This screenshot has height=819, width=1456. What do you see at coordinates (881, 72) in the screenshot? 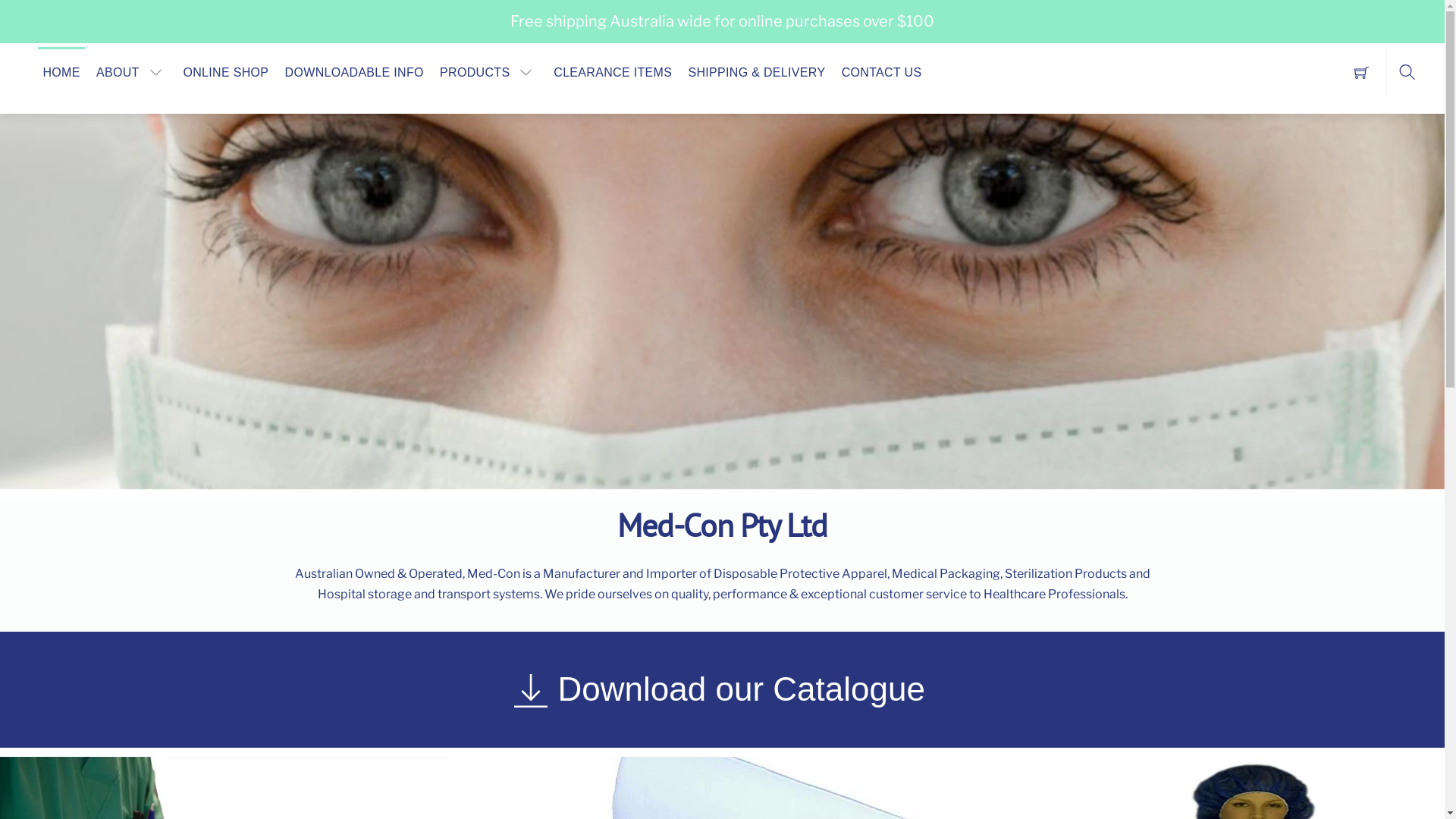
I see `'CONTACT US'` at bounding box center [881, 72].